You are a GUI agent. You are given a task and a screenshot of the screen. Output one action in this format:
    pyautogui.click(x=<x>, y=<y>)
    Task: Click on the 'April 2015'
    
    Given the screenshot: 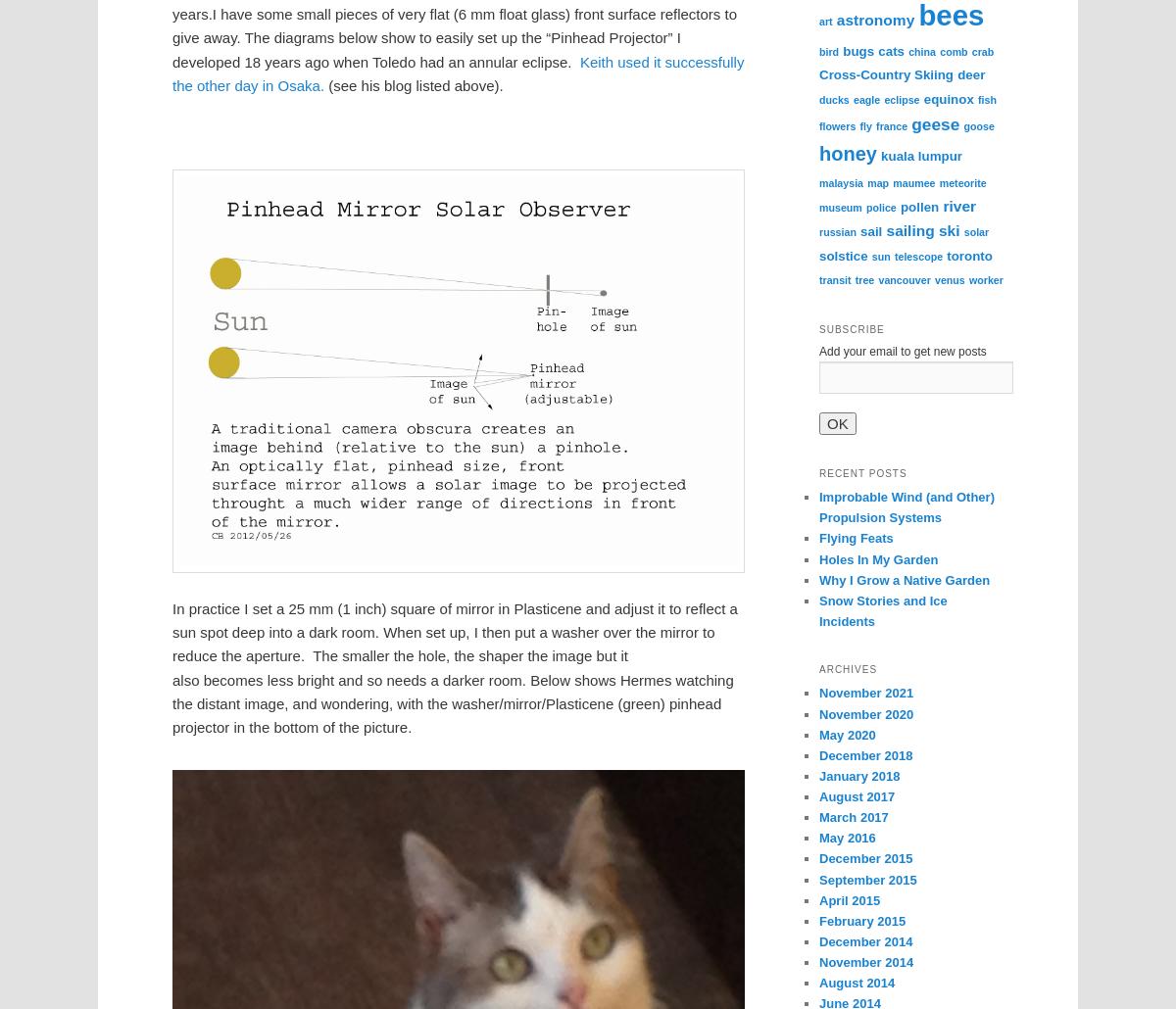 What is the action you would take?
    pyautogui.click(x=849, y=899)
    